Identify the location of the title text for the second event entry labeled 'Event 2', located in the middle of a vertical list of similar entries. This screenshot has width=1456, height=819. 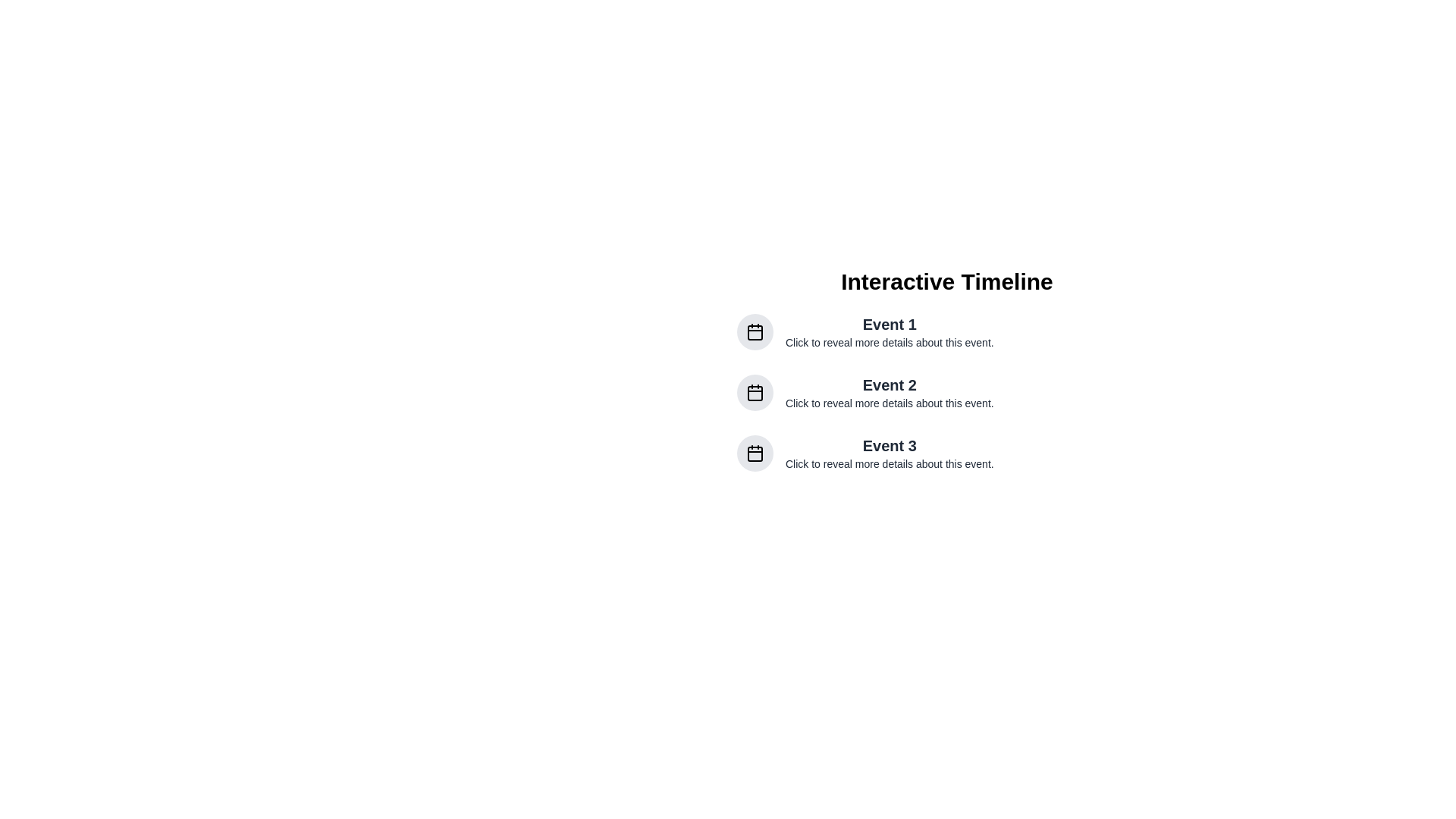
(890, 384).